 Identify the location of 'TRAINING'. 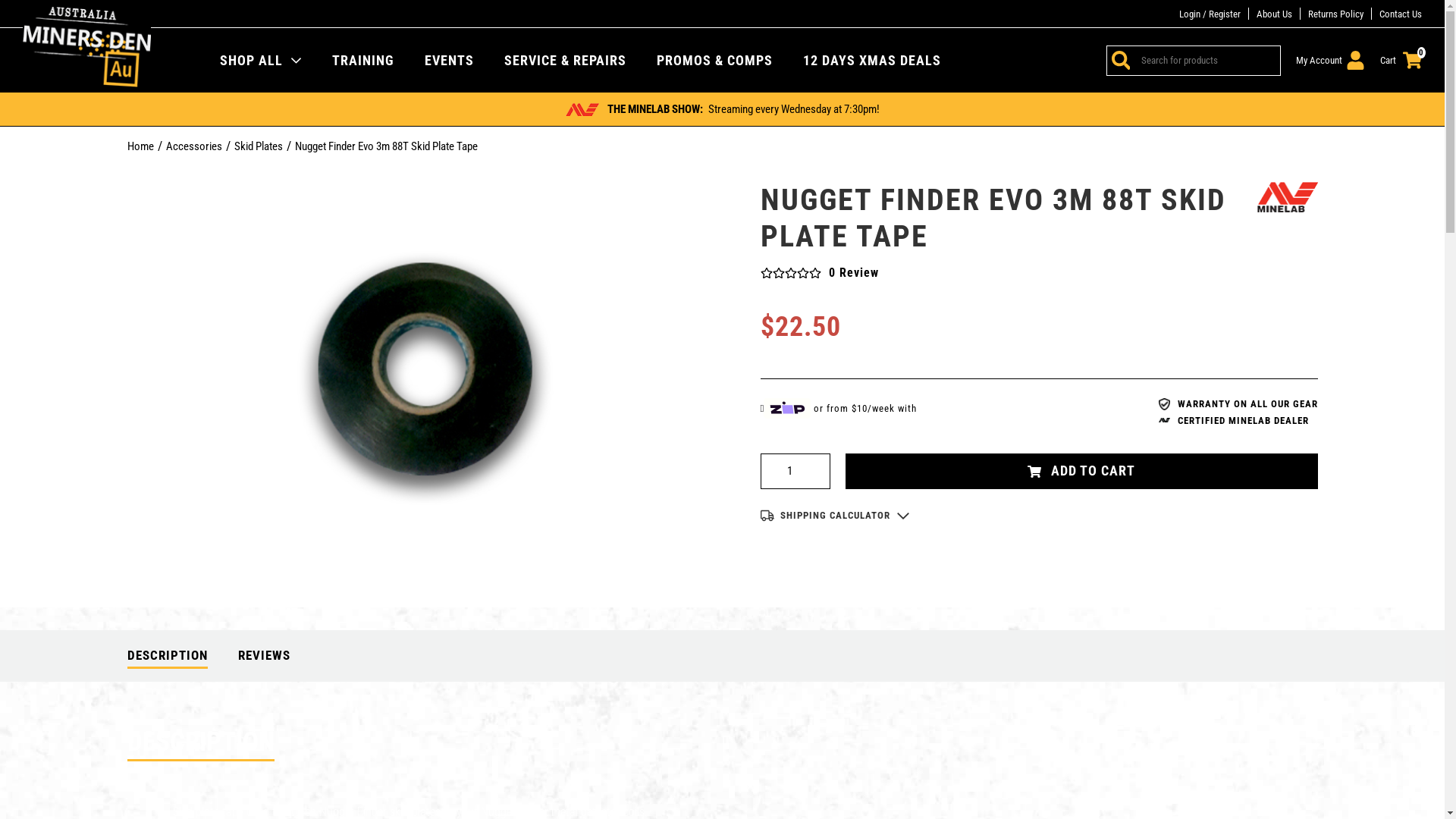
(331, 58).